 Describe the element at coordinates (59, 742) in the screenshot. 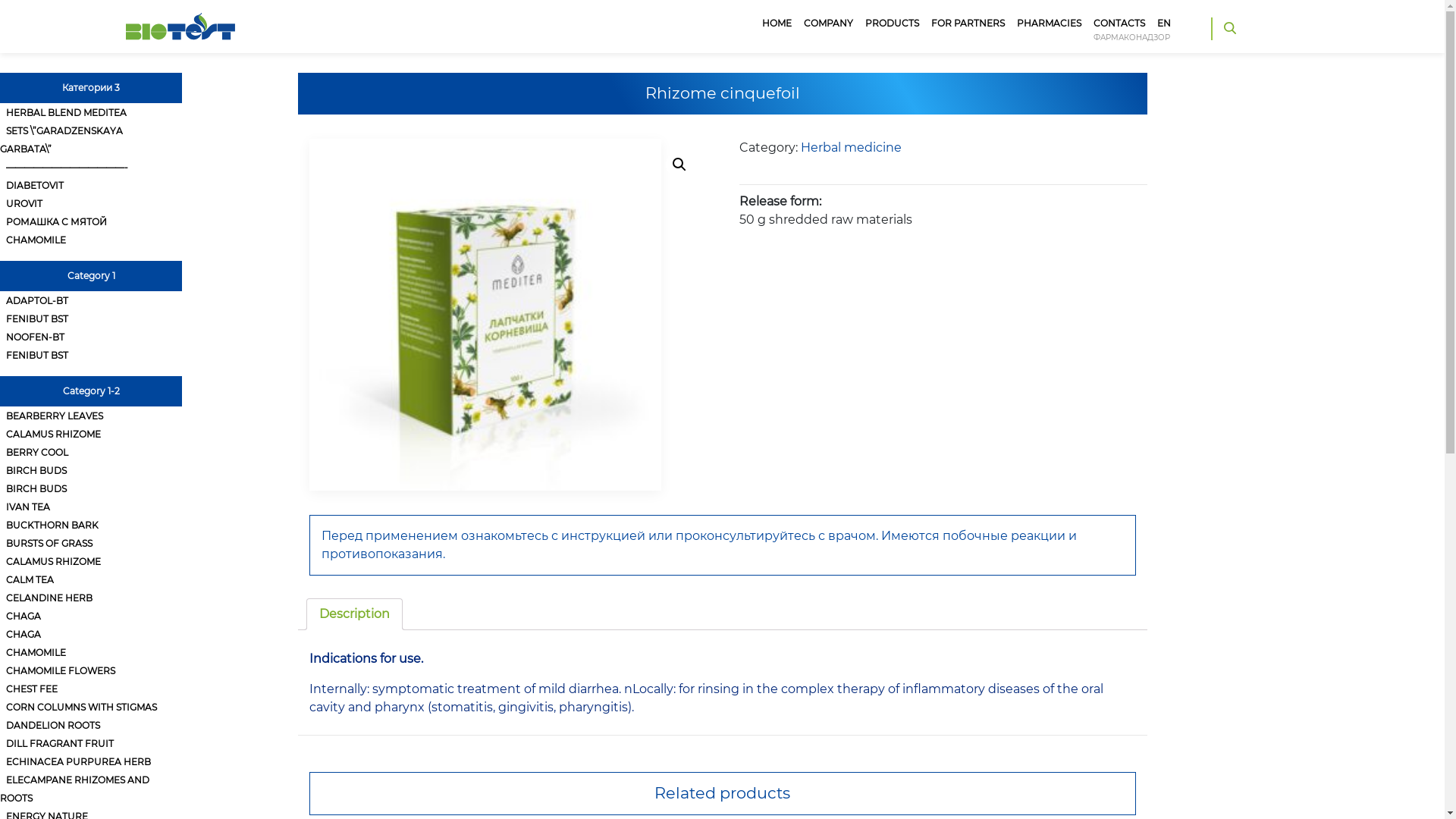

I see `'DILL FRAGRANT FRUIT'` at that location.